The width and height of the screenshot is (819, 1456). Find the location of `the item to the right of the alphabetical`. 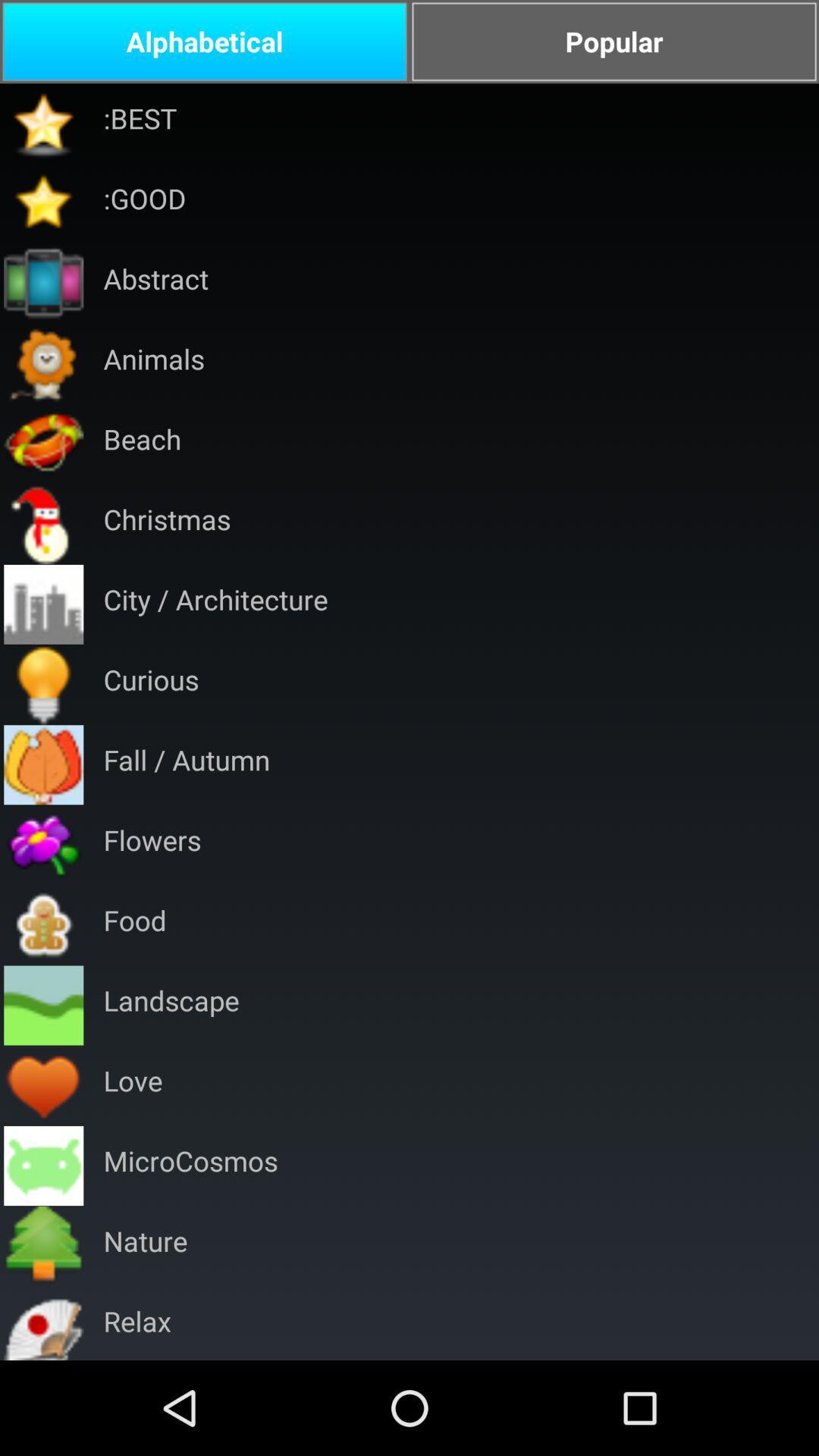

the item to the right of the alphabetical is located at coordinates (614, 42).